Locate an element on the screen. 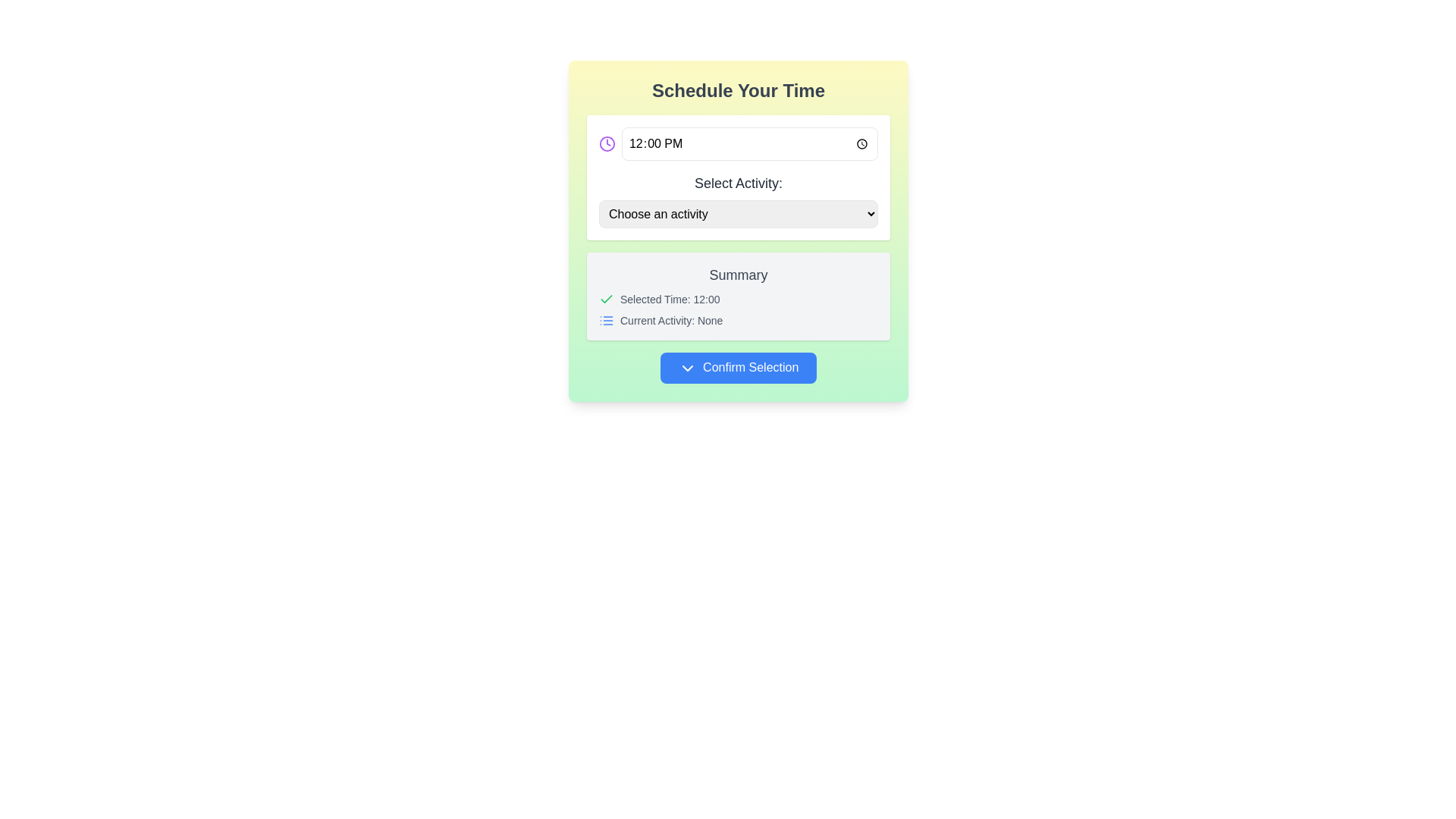 The height and width of the screenshot is (819, 1456). the chevron-down icon located inside the blue 'Confirm Selection' button, positioned to the left of the button text is located at coordinates (686, 368).